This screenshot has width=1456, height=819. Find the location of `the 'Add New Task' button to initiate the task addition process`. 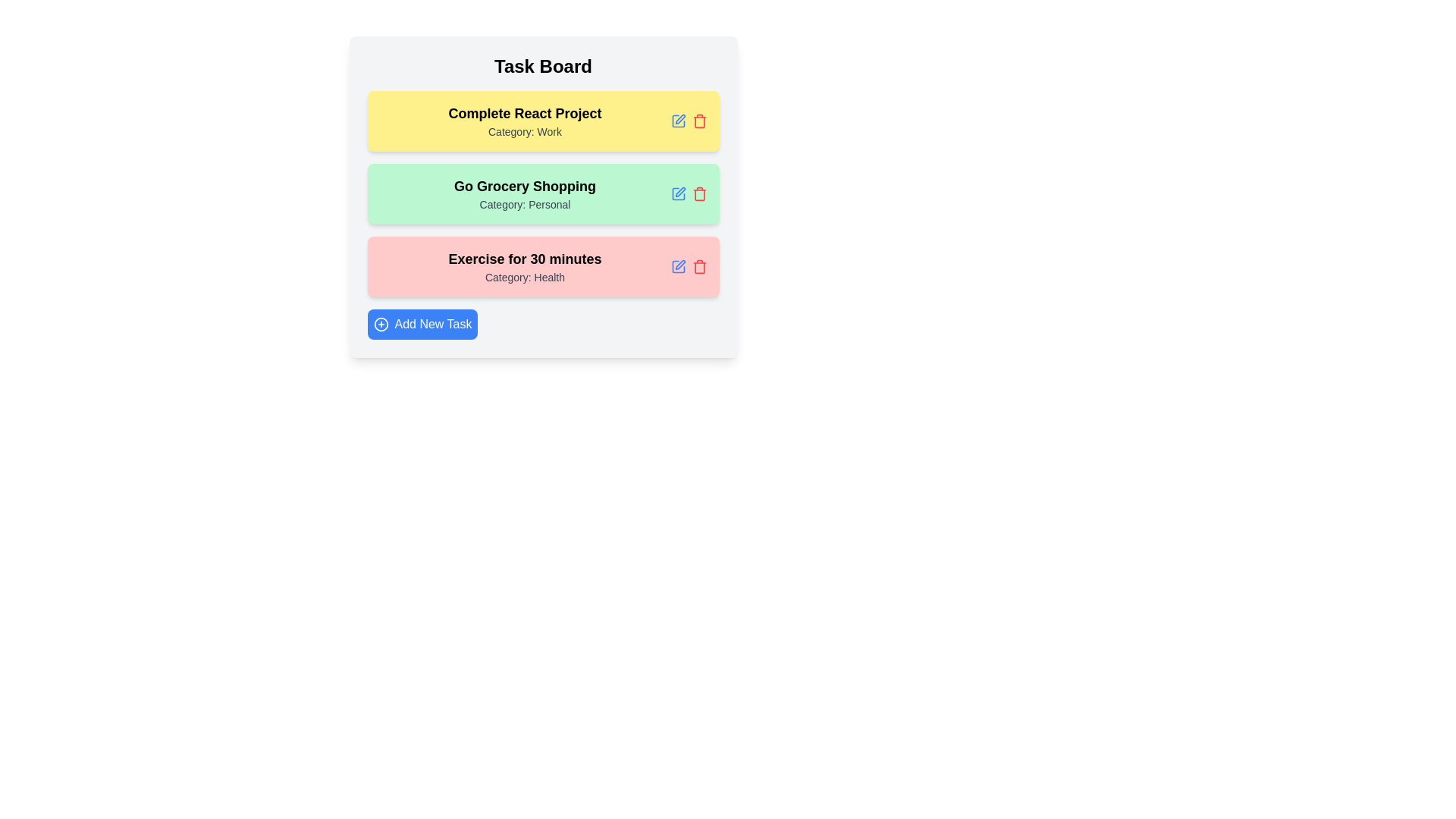

the 'Add New Task' button to initiate the task addition process is located at coordinates (422, 324).